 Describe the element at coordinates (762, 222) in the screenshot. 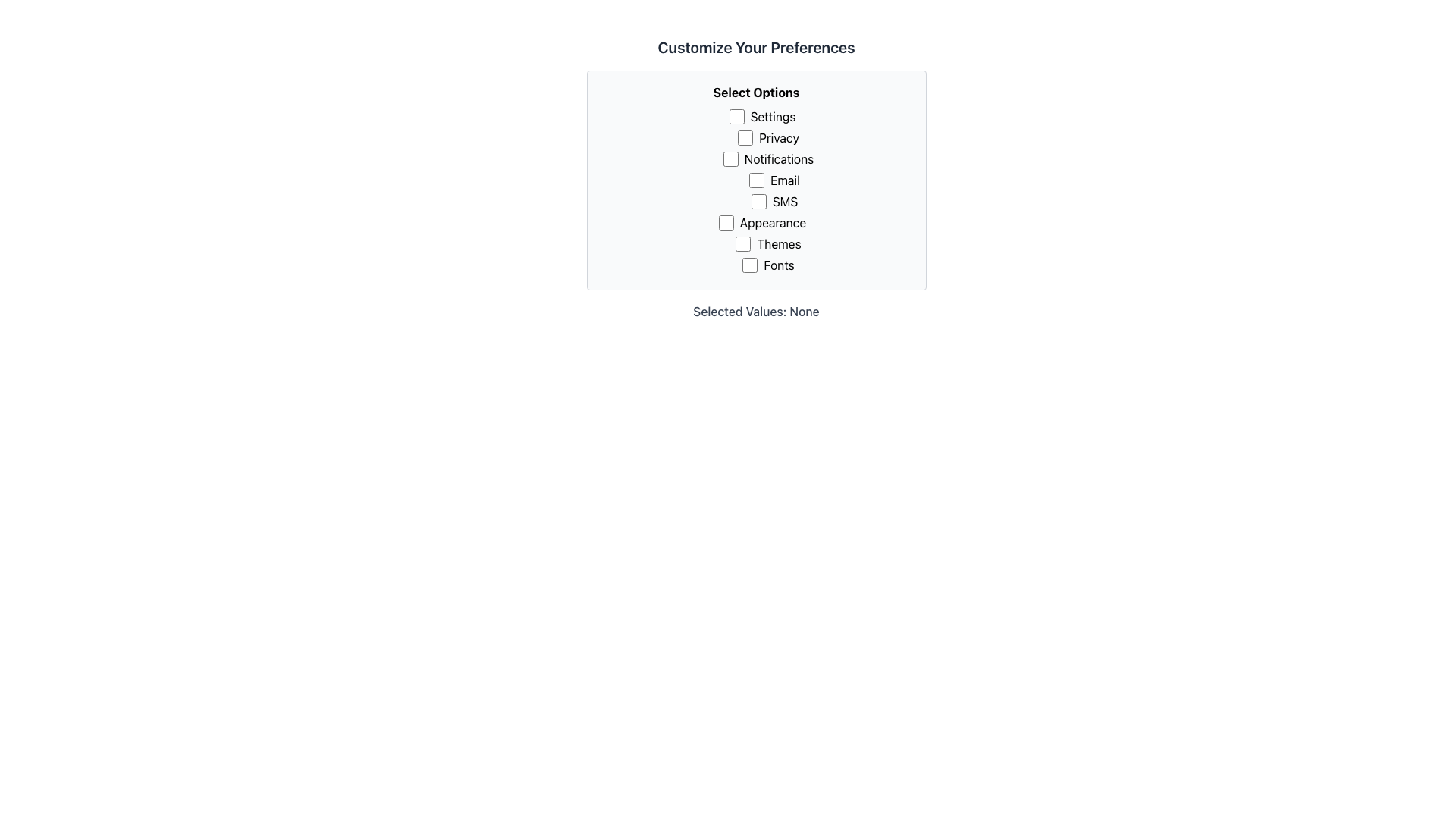

I see `the checkbox labeled 'Appearance' located in the 'Select Options' section of 'Customize Your Preferences', which is the fourth item in the list` at that location.